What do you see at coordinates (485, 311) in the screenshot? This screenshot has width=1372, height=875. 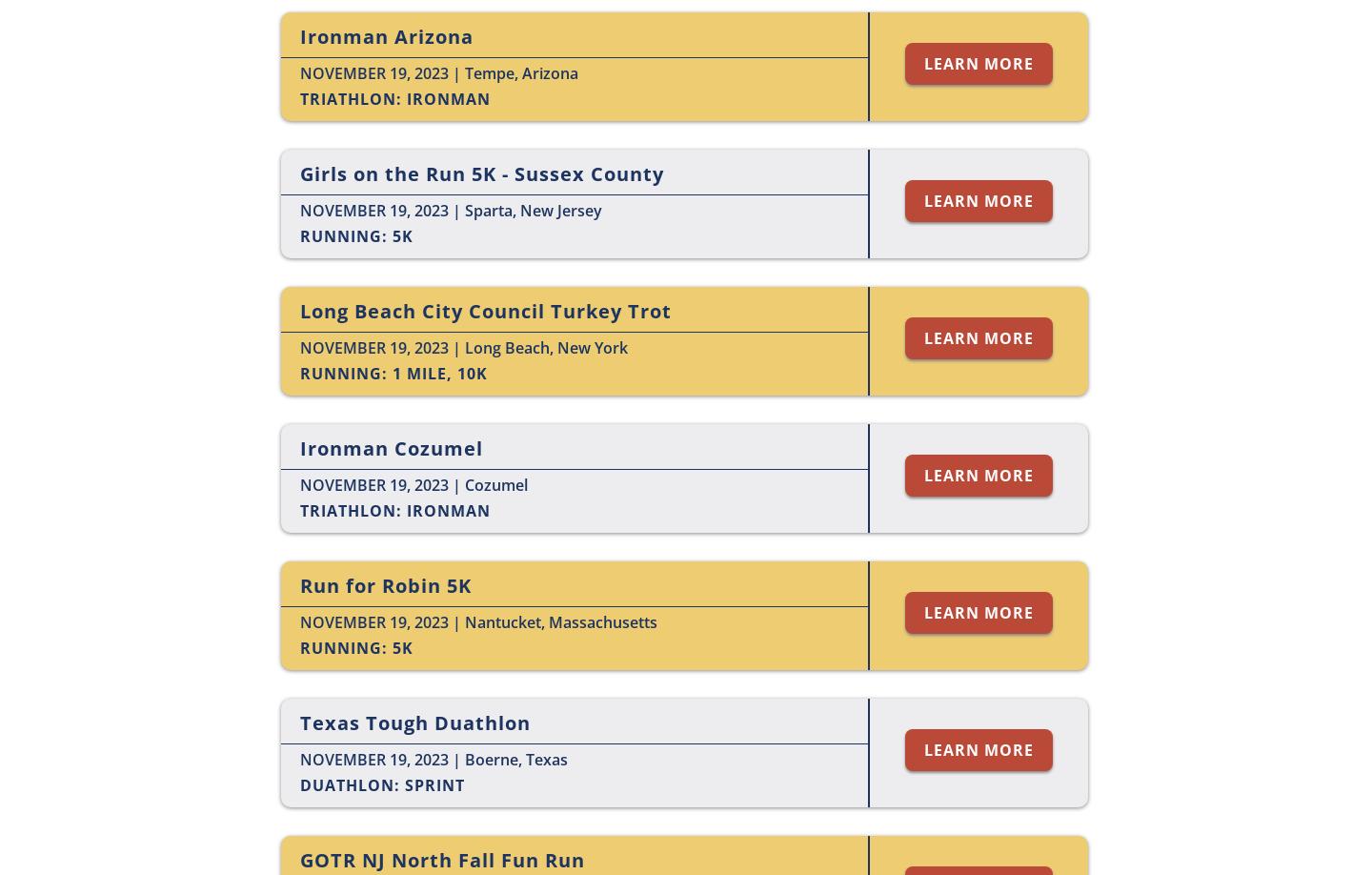 I see `'Long Beach City Council Turkey Trot'` at bounding box center [485, 311].